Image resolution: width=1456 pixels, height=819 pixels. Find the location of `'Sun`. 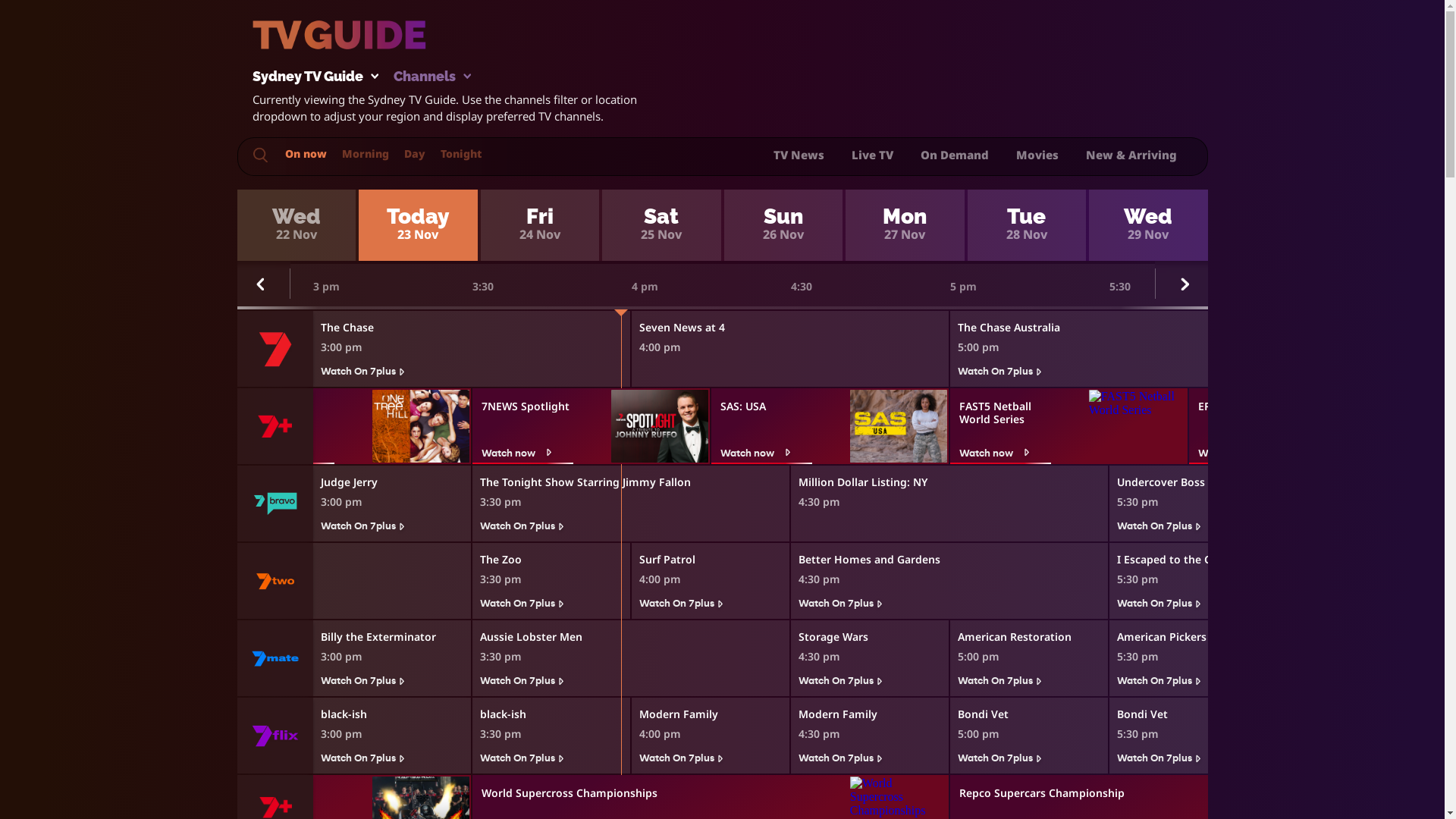

'Sun is located at coordinates (783, 225).